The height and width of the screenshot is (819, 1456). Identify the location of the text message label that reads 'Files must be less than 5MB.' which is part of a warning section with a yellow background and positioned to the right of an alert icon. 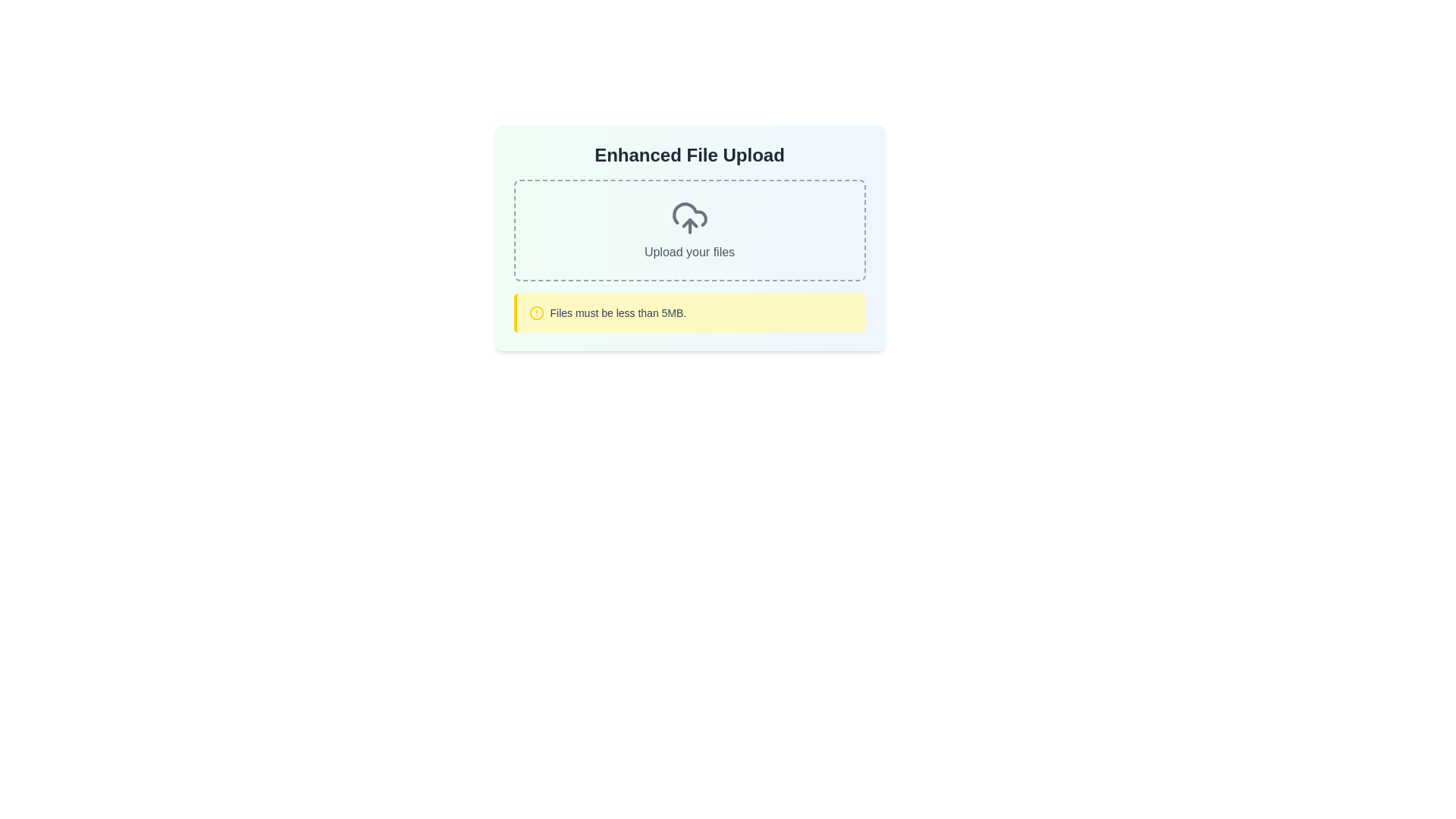
(618, 312).